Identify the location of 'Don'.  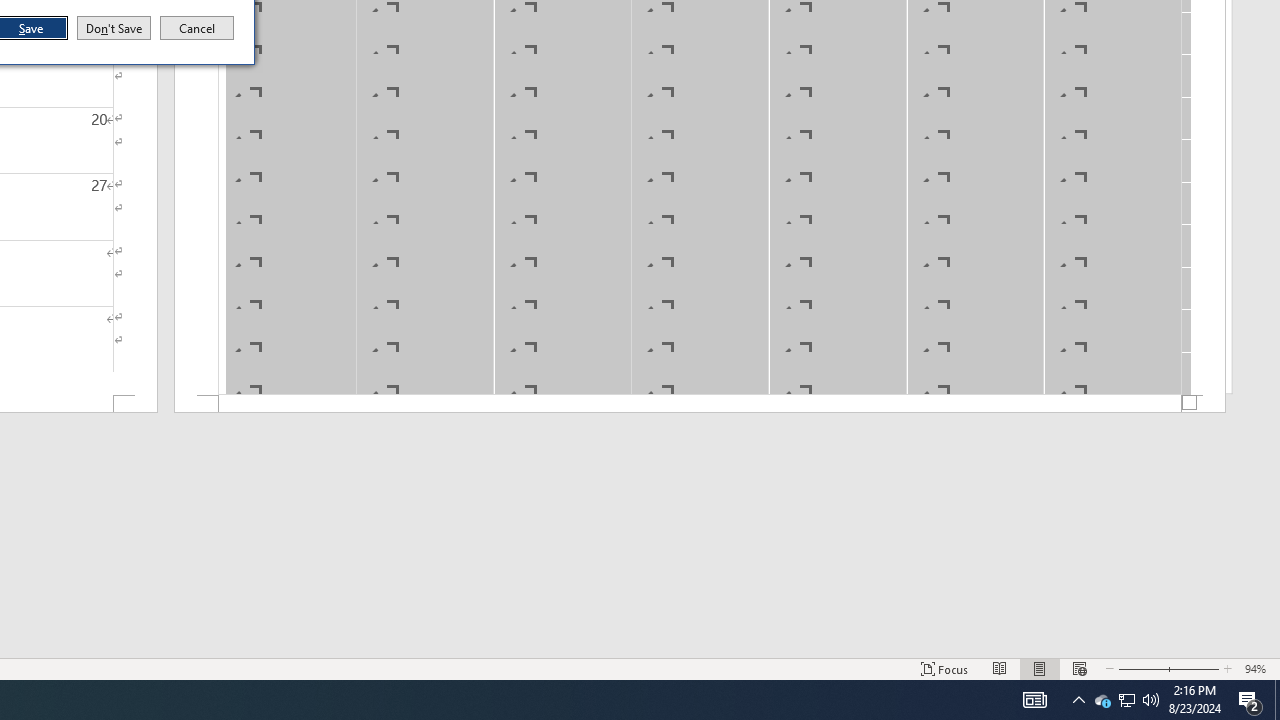
(112, 28).